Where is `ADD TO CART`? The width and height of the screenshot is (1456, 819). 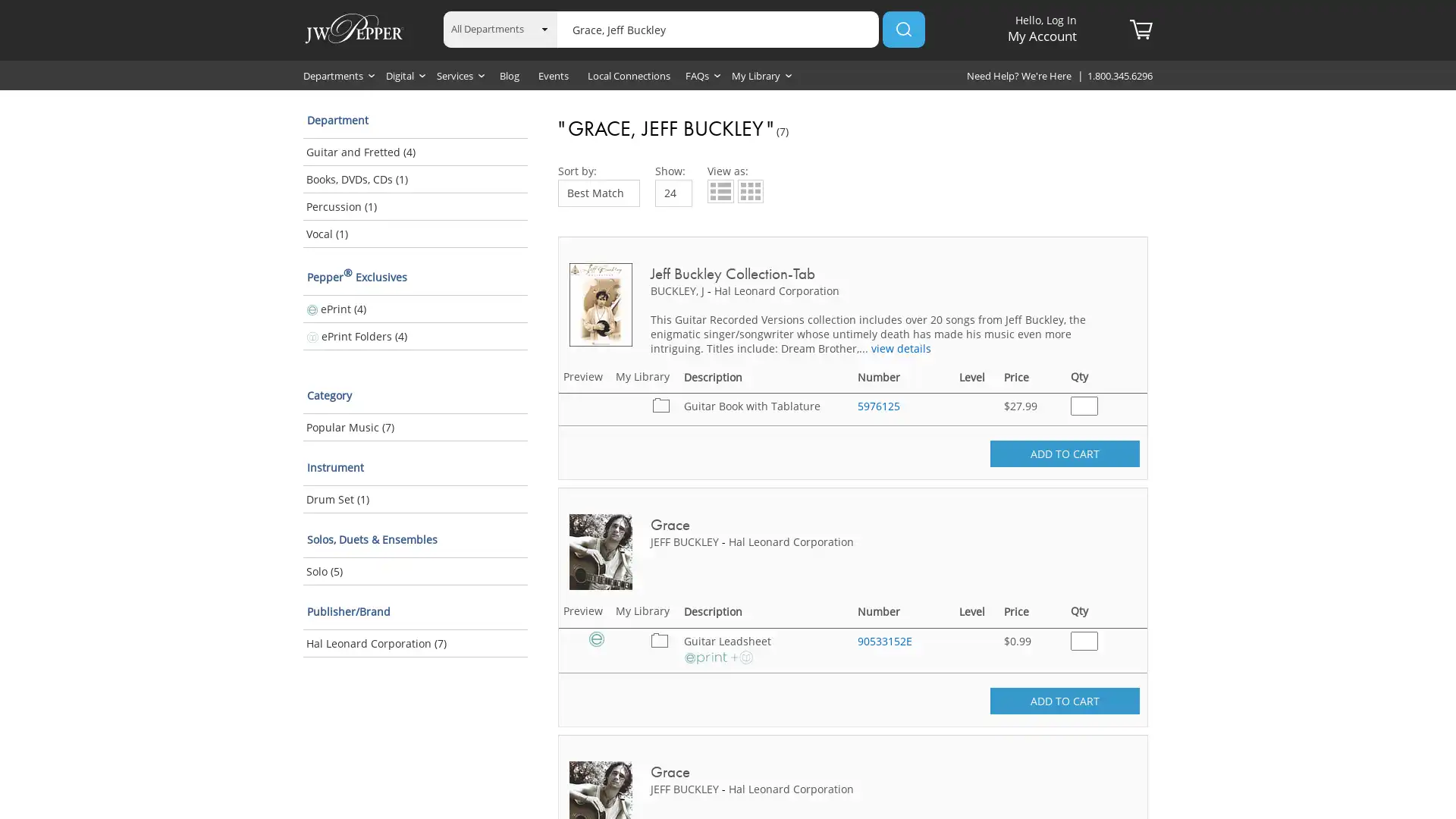 ADD TO CART is located at coordinates (1064, 453).